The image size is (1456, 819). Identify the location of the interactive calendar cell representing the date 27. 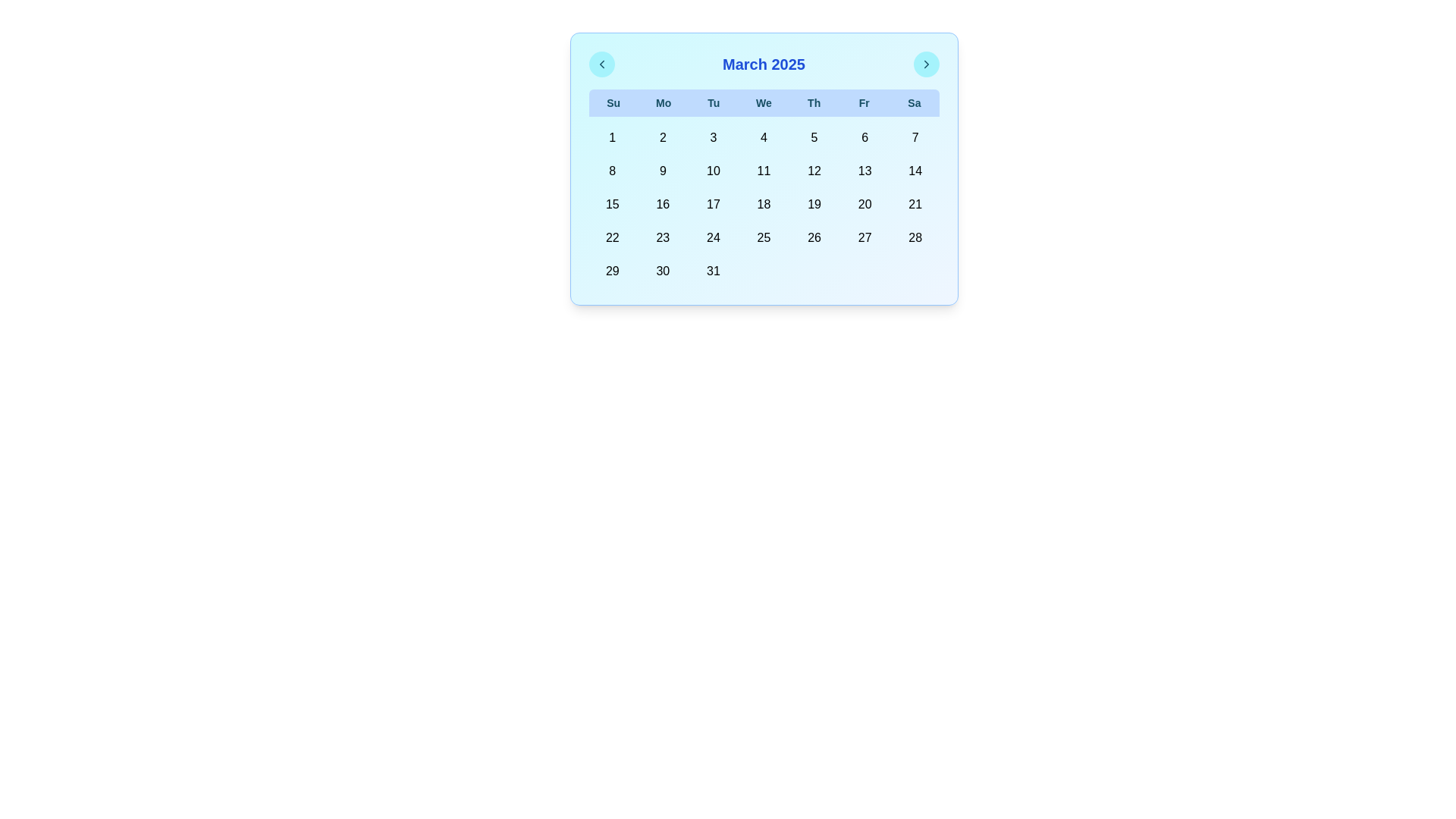
(864, 237).